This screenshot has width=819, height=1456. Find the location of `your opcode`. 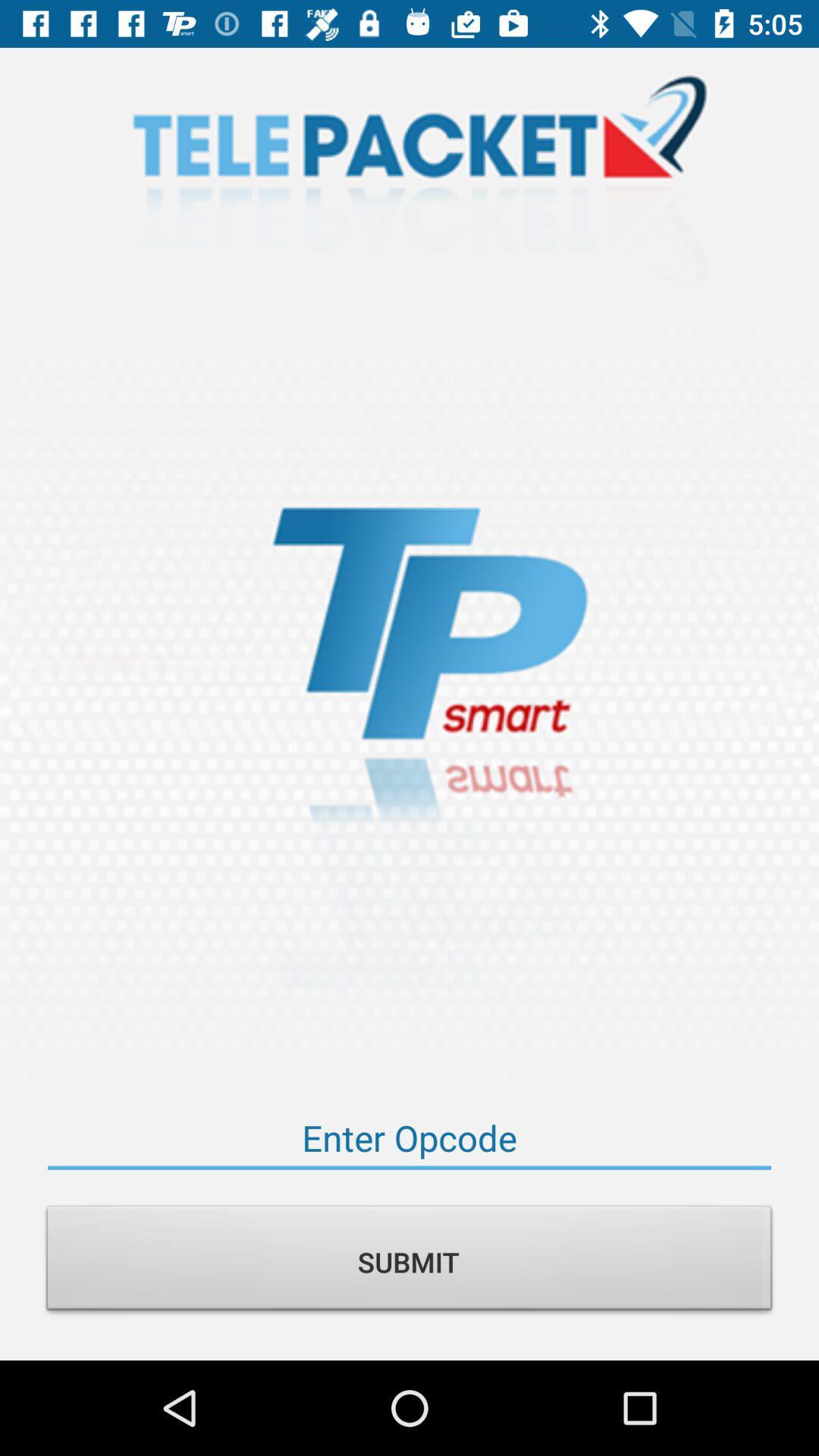

your opcode is located at coordinates (409, 1138).